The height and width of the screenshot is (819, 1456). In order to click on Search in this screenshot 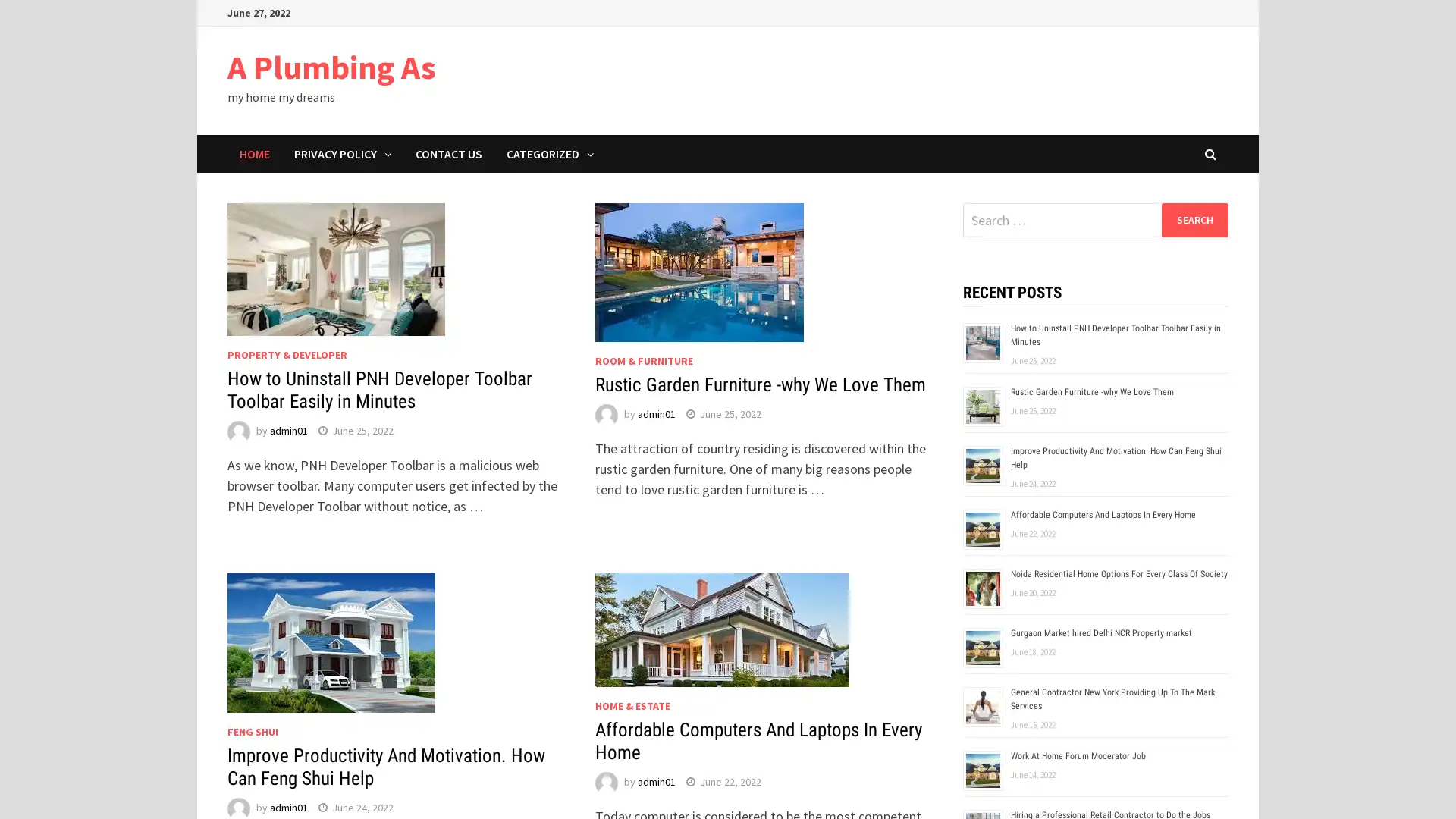, I will do `click(1194, 219)`.